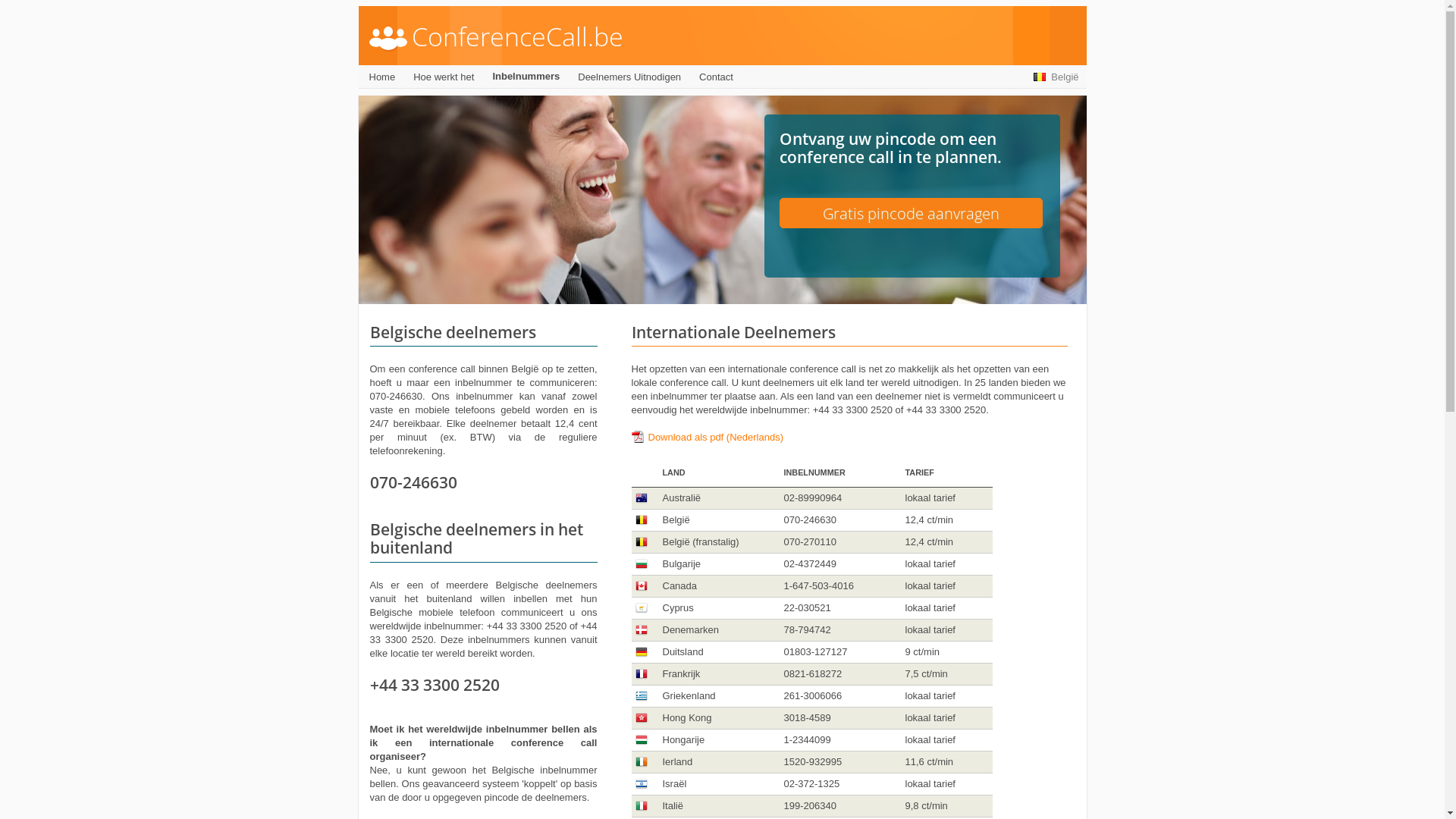 This screenshot has height=819, width=1456. I want to click on 'Gratis pincode aanvragen', so click(910, 213).